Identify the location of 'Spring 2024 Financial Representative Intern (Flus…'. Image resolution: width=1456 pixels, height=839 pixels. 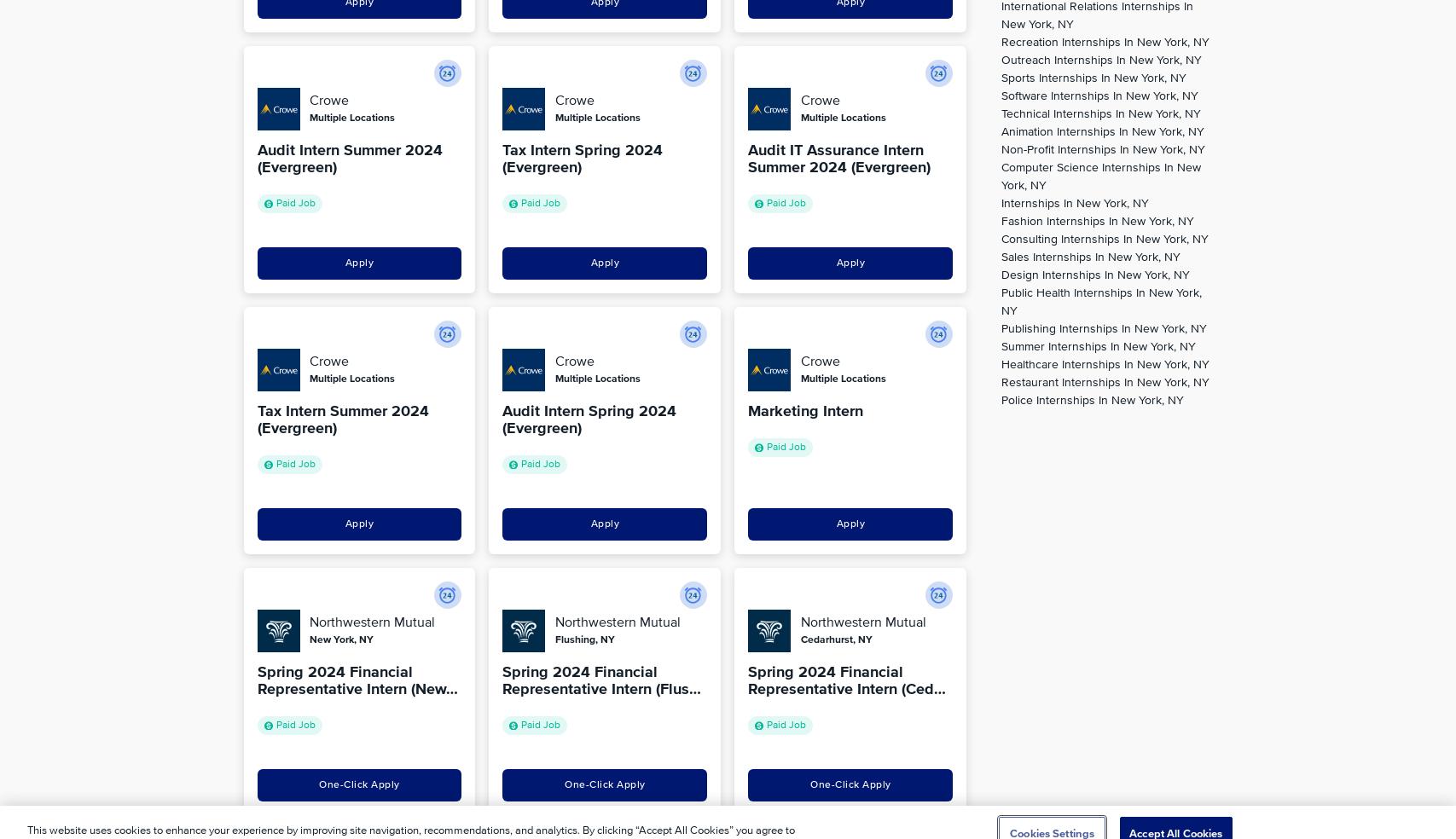
(601, 680).